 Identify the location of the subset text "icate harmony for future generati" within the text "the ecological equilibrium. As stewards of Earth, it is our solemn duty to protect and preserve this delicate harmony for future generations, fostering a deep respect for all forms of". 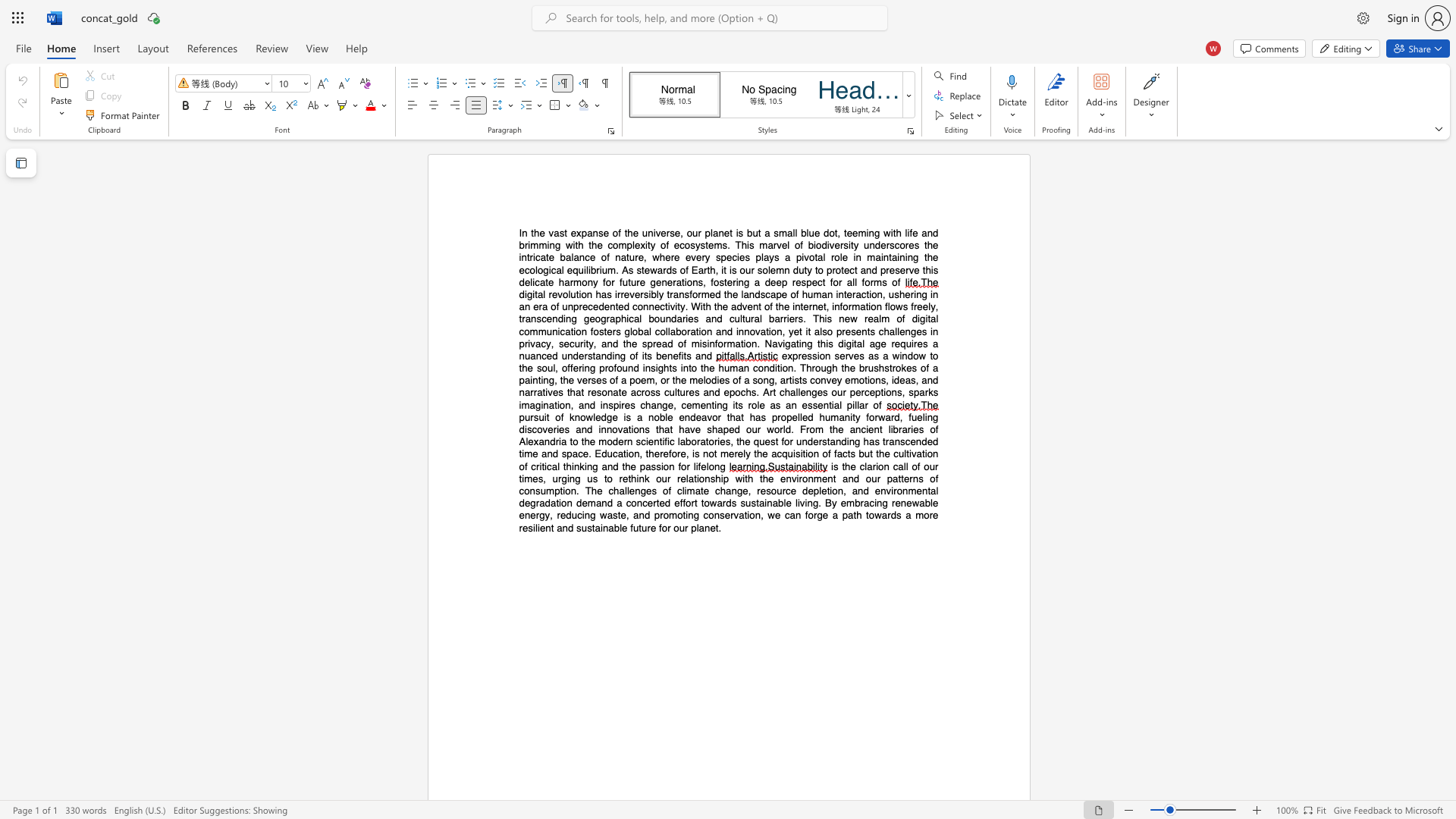
(532, 282).